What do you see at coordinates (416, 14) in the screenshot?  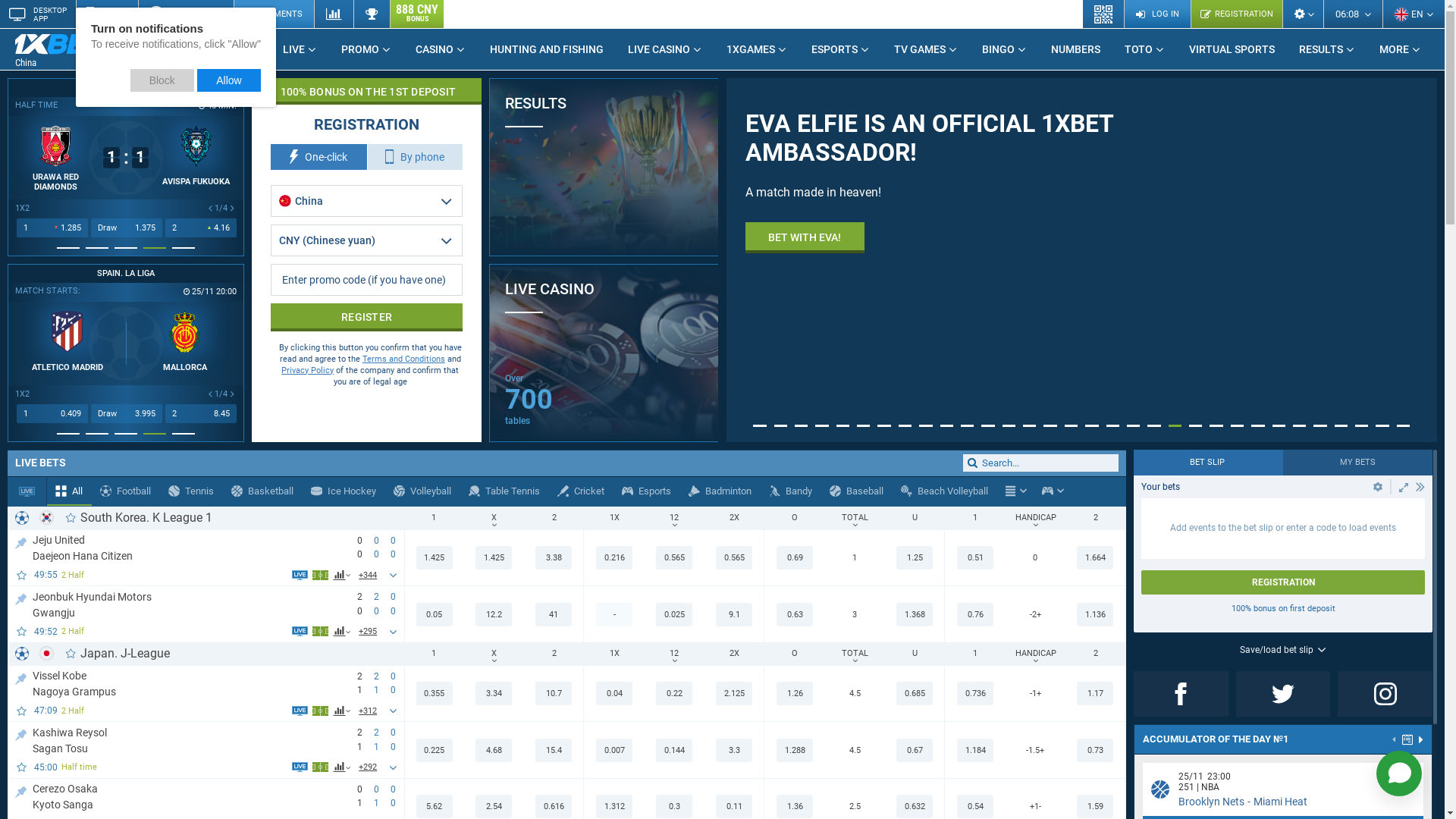 I see `'888 CNY` at bounding box center [416, 14].